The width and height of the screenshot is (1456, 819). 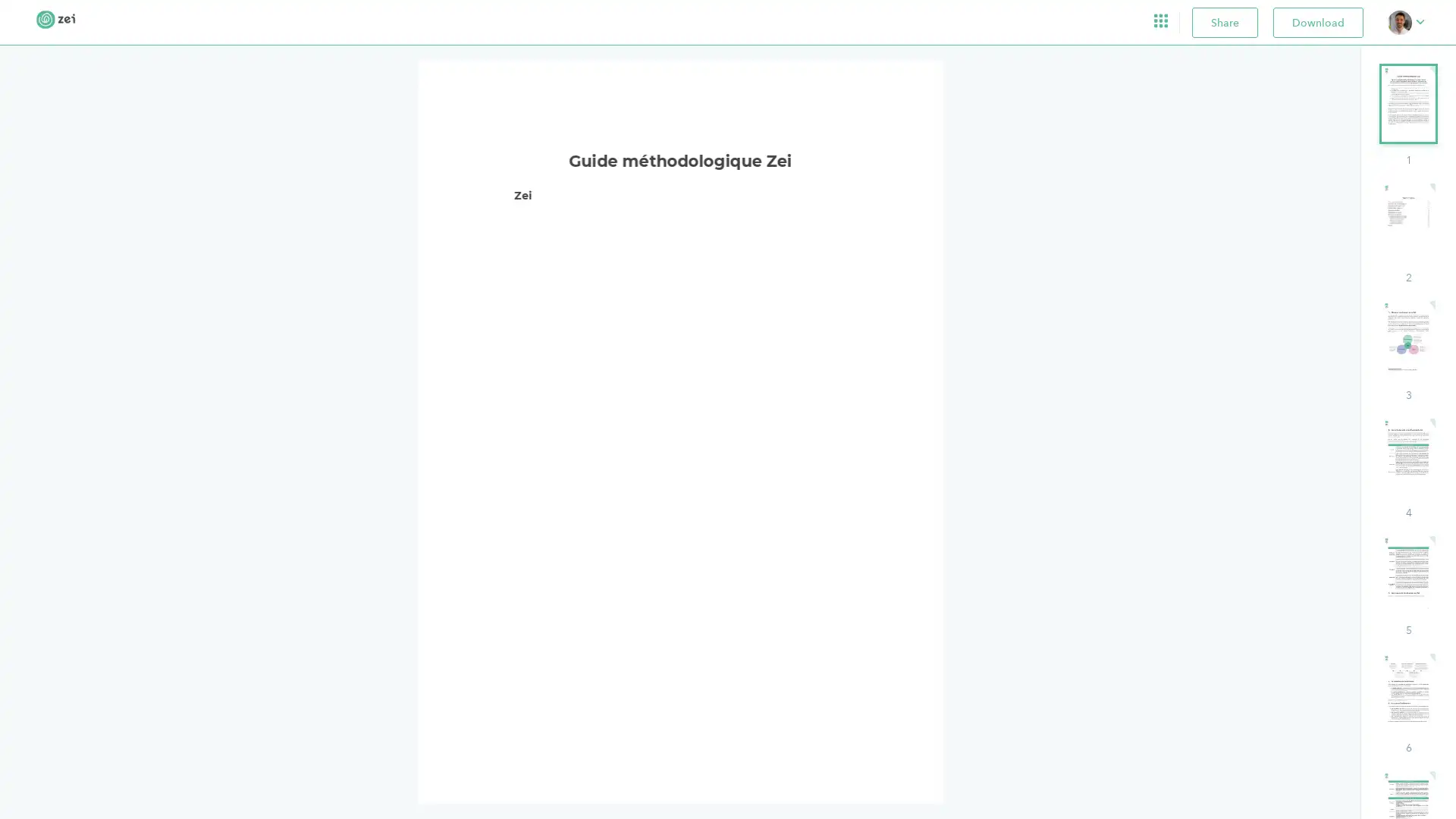 I want to click on Page 5, so click(x=1407, y=585).